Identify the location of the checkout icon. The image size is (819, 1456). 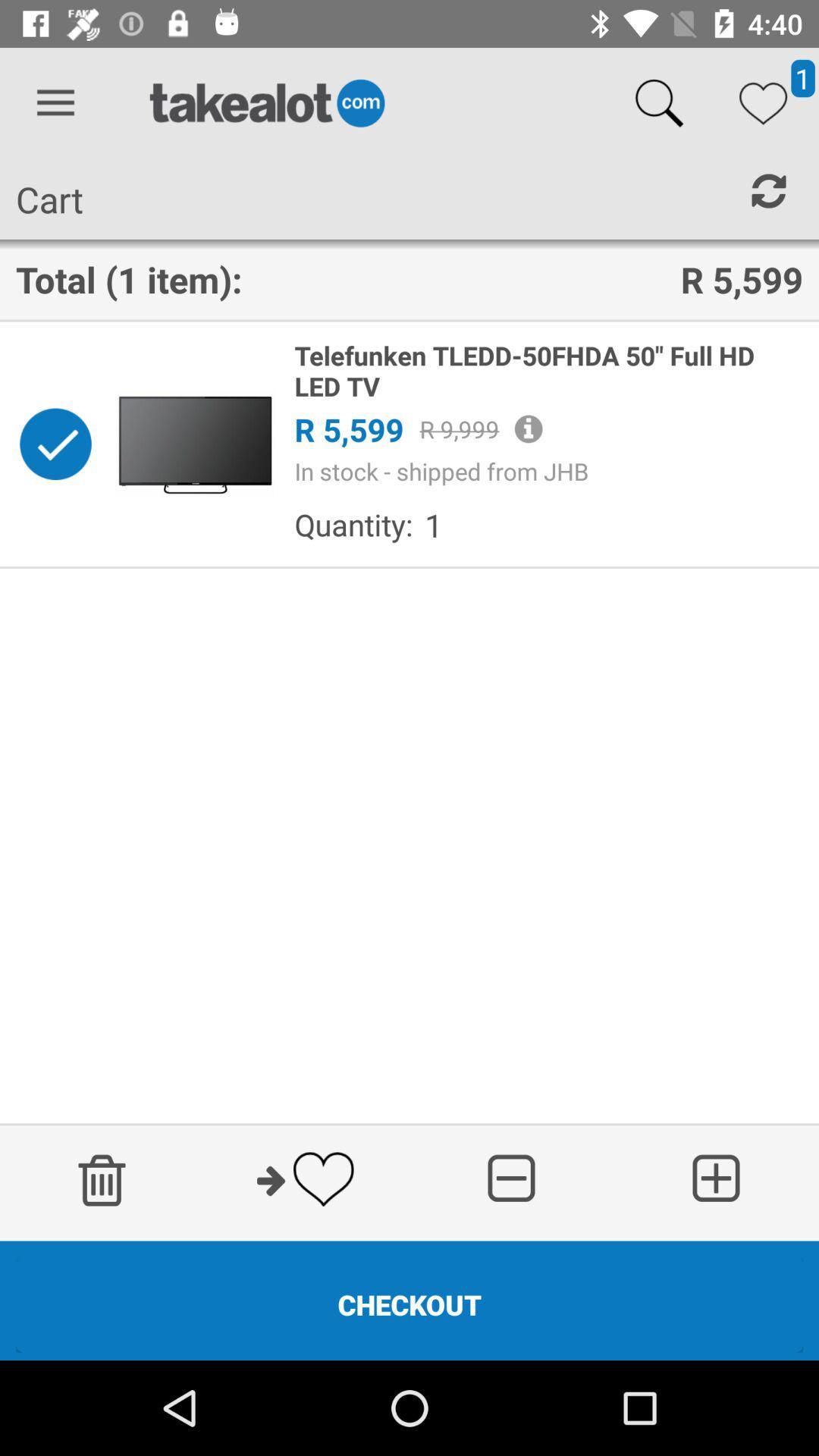
(409, 1304).